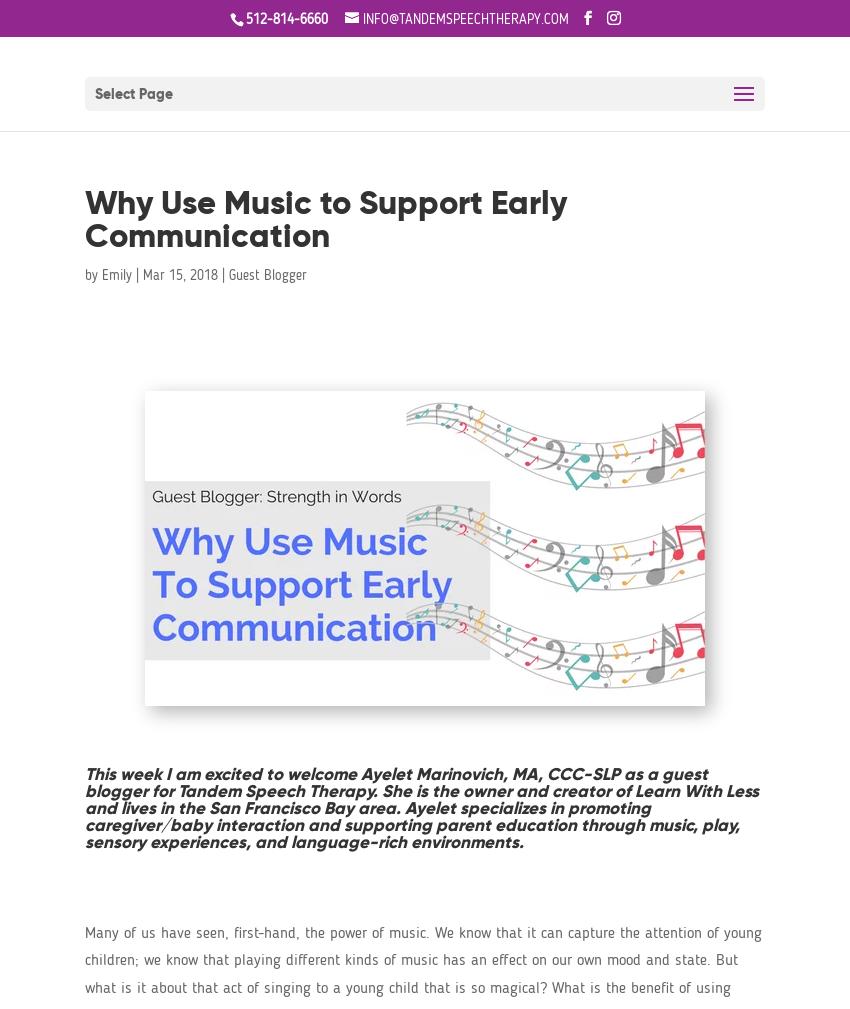 This screenshot has width=850, height=1009. Describe the element at coordinates (464, 17) in the screenshot. I see `'info@tandemspeechtherapy.com'` at that location.